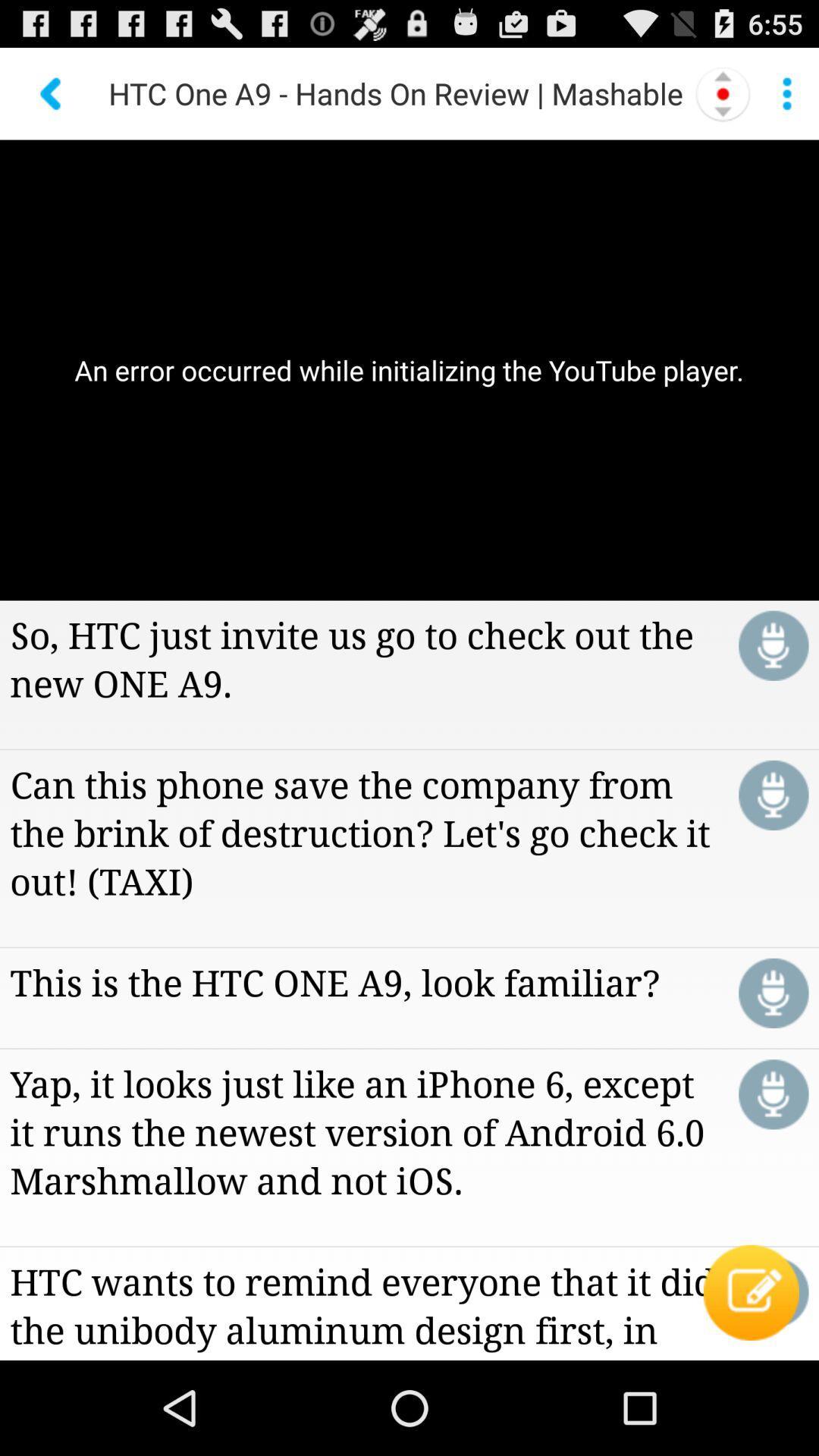 This screenshot has height=1456, width=819. Describe the element at coordinates (722, 93) in the screenshot. I see `item next to htc one a9 icon` at that location.